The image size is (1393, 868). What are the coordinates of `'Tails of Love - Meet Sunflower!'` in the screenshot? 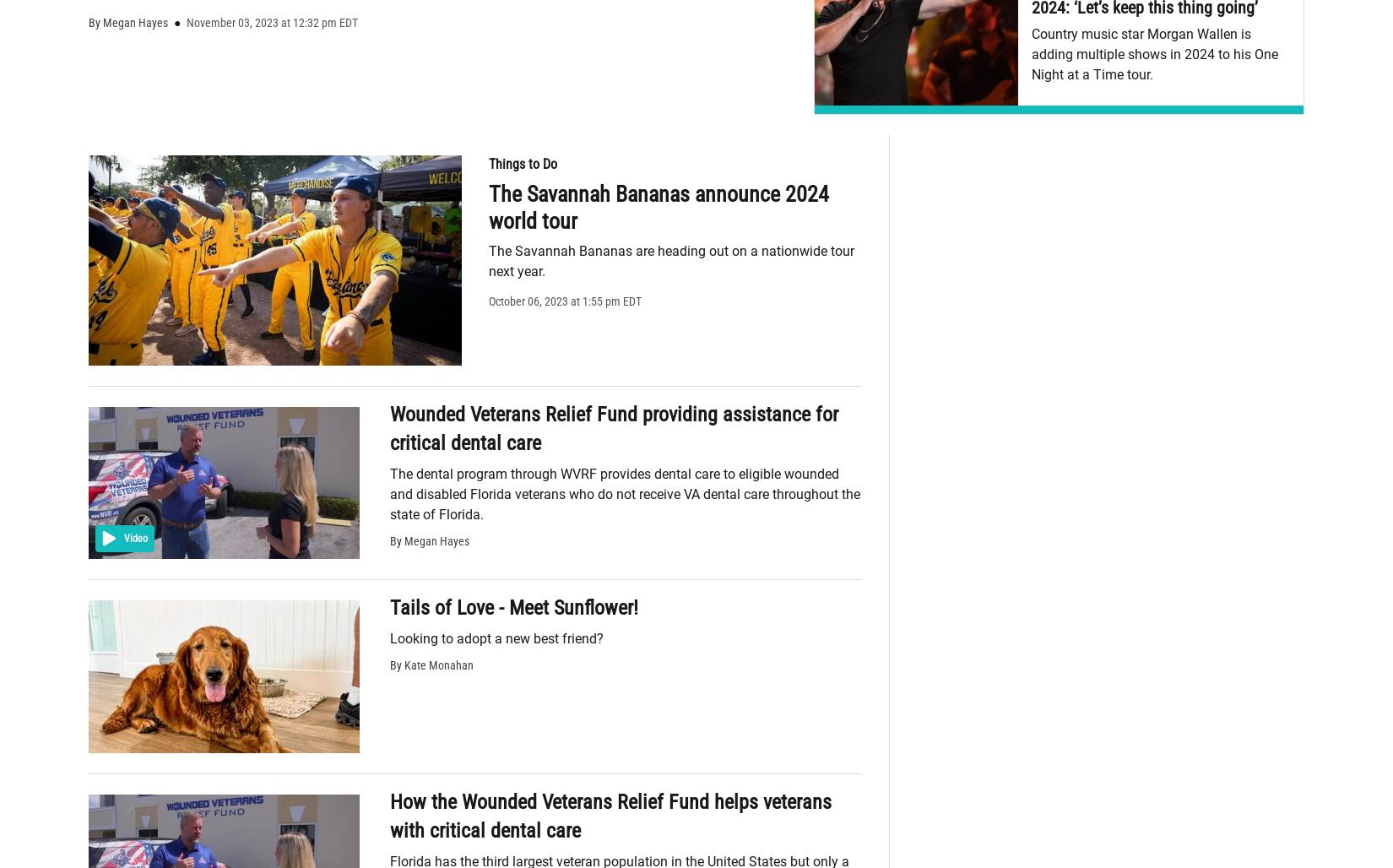 It's located at (513, 607).